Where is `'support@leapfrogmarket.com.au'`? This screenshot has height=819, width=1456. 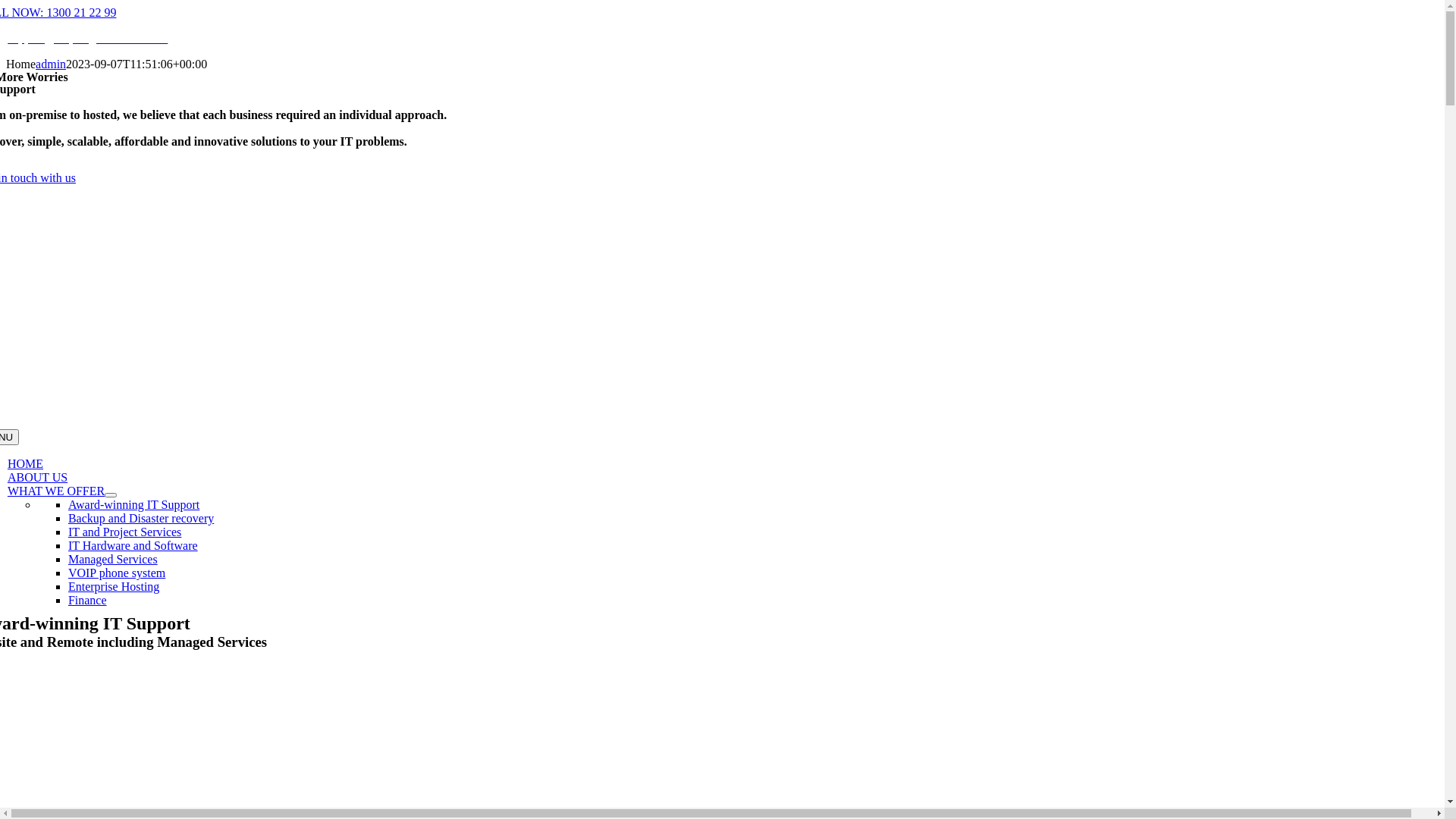 'support@leapfrogmarket.com.au' is located at coordinates (7, 37).